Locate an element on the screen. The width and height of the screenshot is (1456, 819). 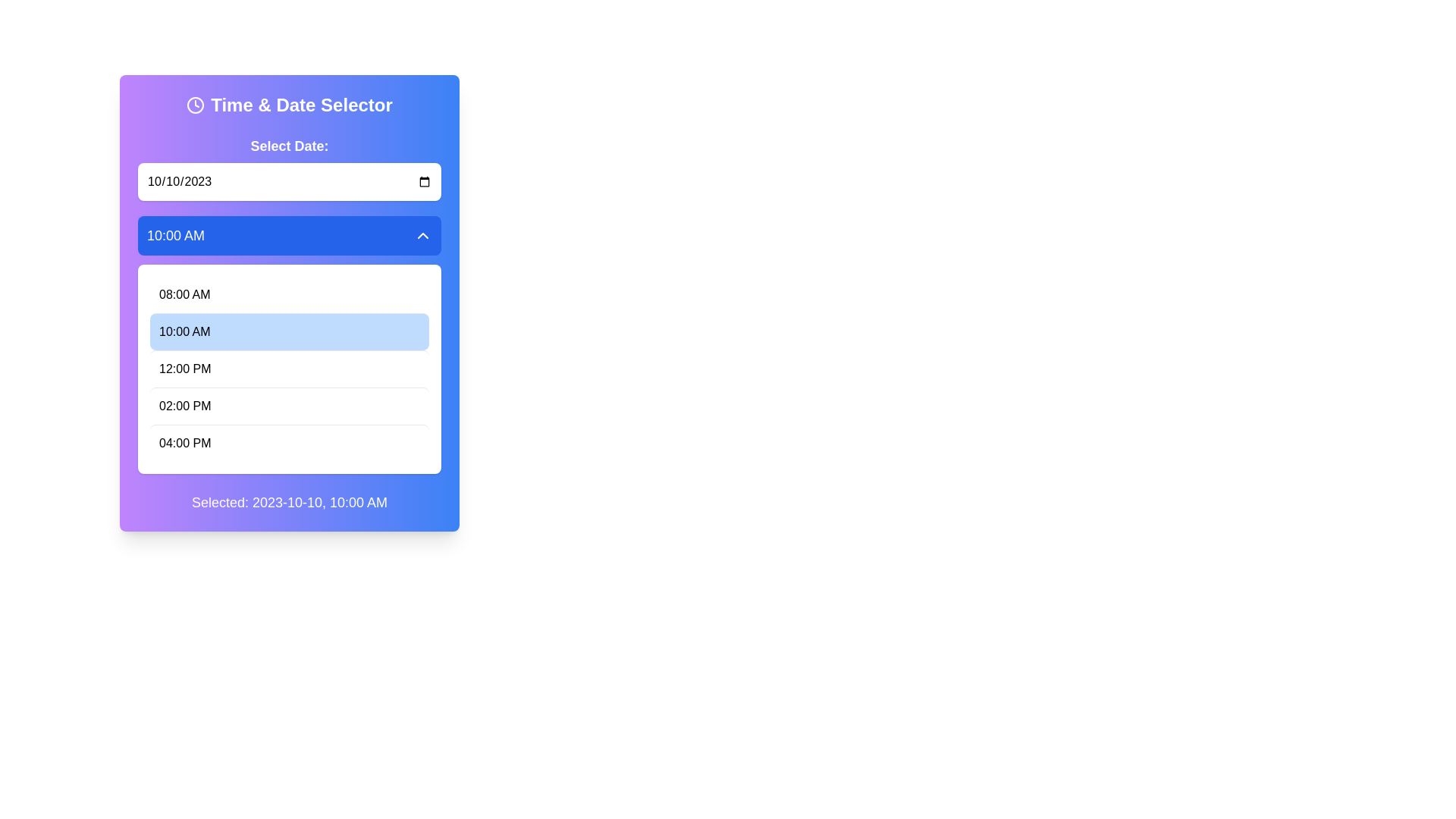
the third time slot in the dropdown labeled '12:00 PM' for navigation is located at coordinates (290, 369).